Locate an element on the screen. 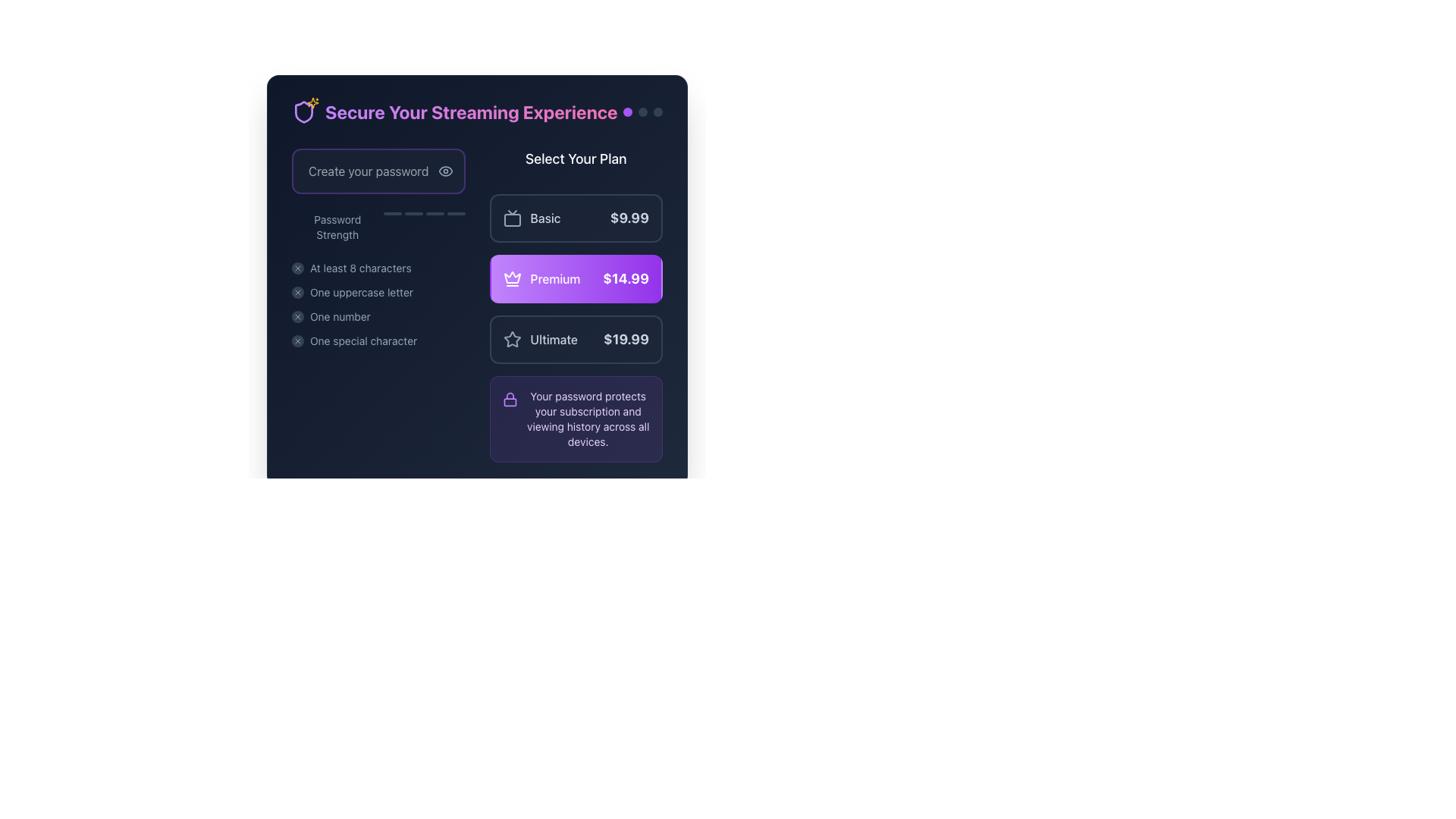 This screenshot has height=819, width=1456. the 'Premium' plan label with an icon, which is positioned in the center of the 'Select Your Plan' section is located at coordinates (541, 278).